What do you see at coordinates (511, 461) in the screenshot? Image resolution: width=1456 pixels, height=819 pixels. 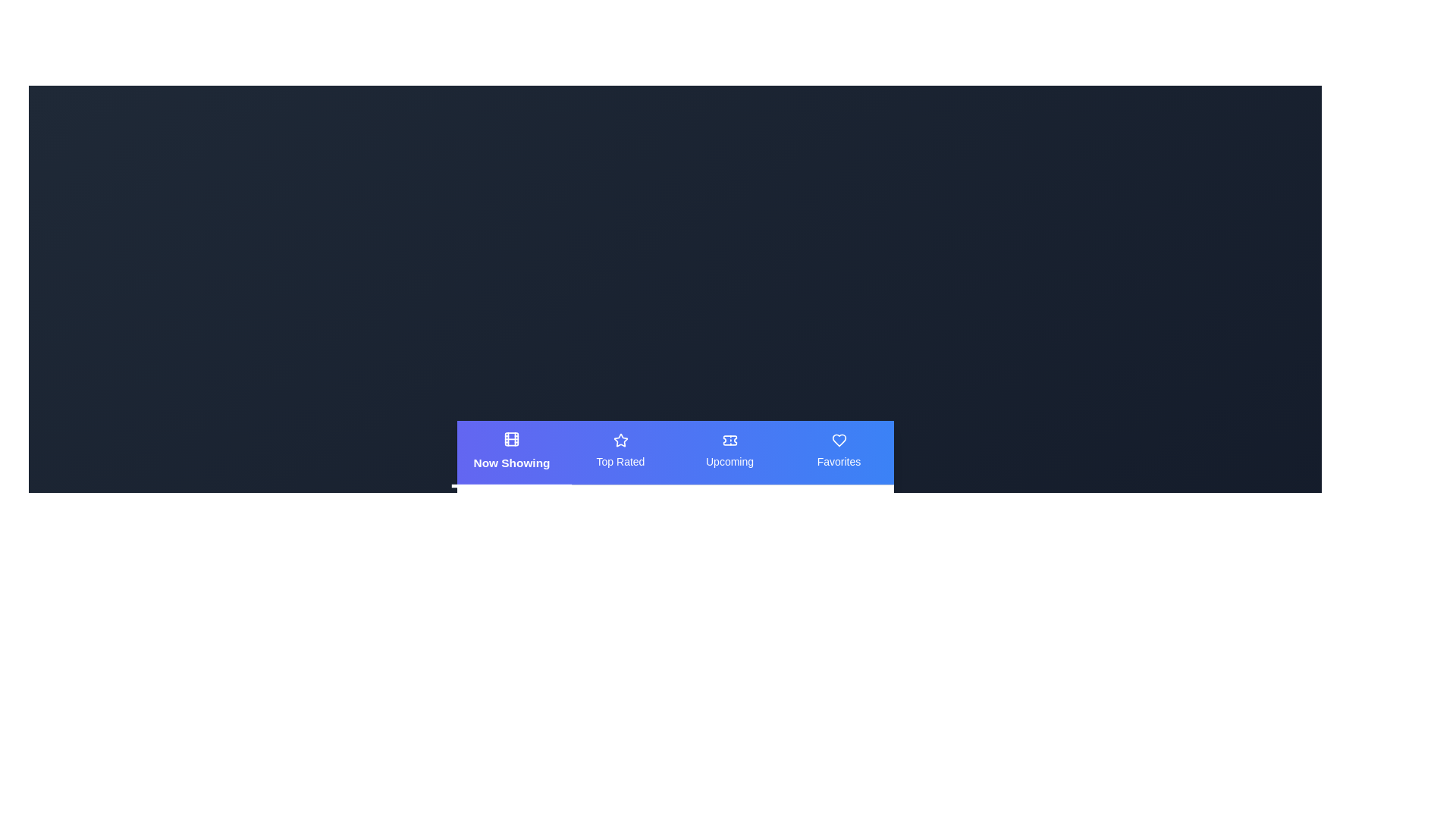 I see `'Now Showing' text label displayed in white, located at the center of the bottom navigation bar, below the film strip icon` at bounding box center [511, 461].